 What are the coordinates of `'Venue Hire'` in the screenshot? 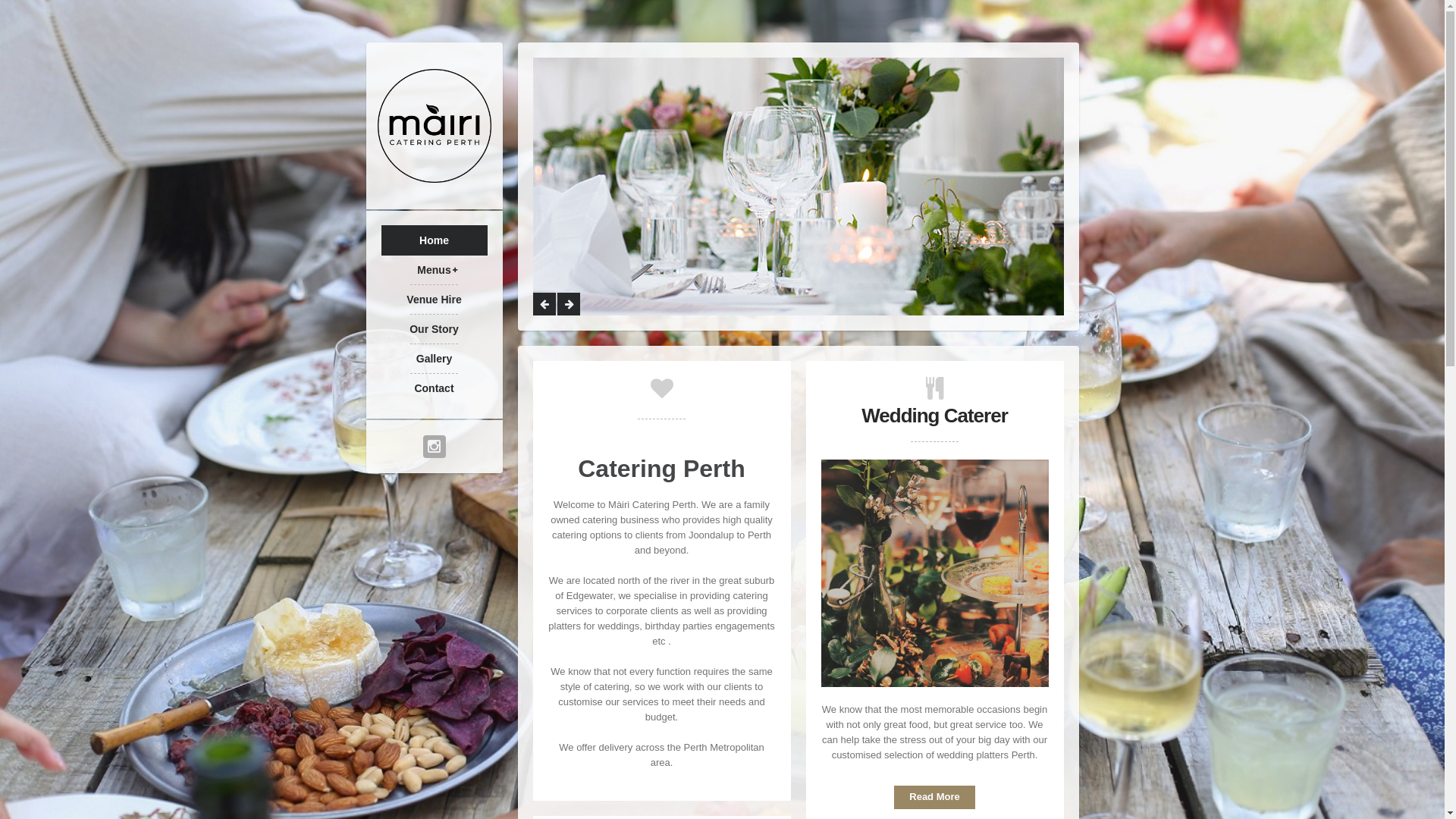 It's located at (432, 299).